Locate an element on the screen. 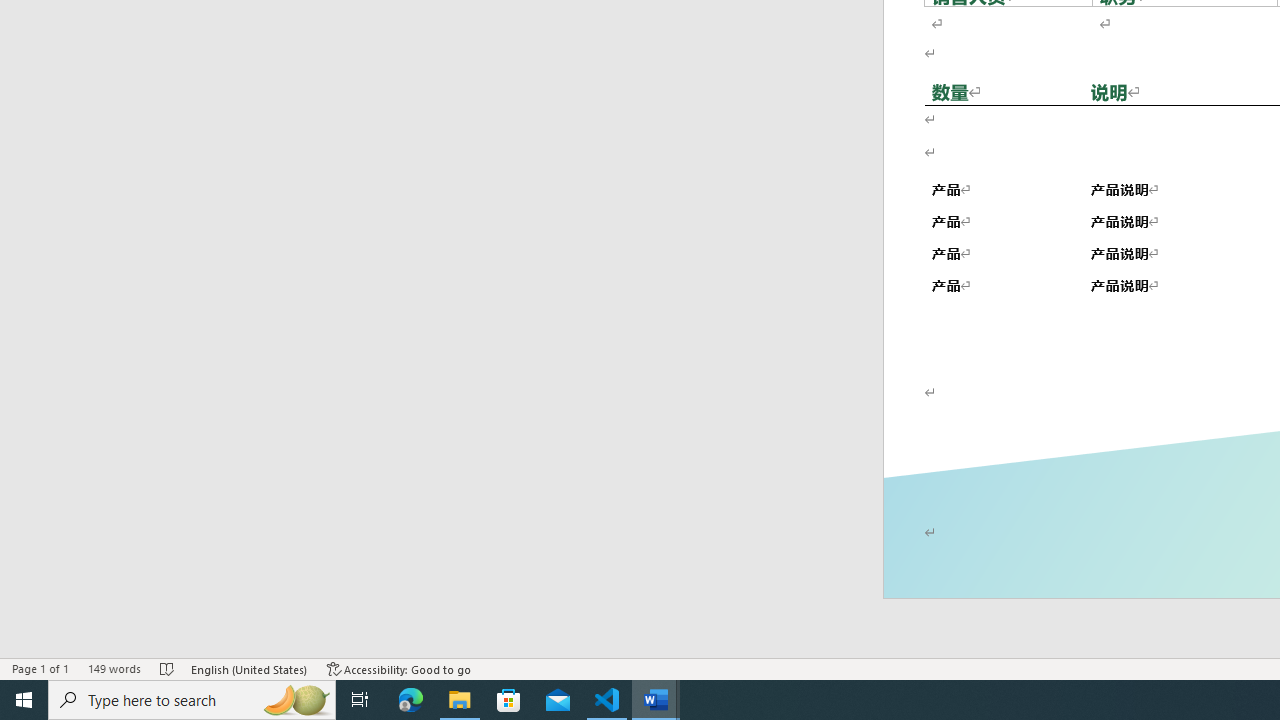 Image resolution: width=1280 pixels, height=720 pixels. 'Word - 2 running windows' is located at coordinates (656, 698).